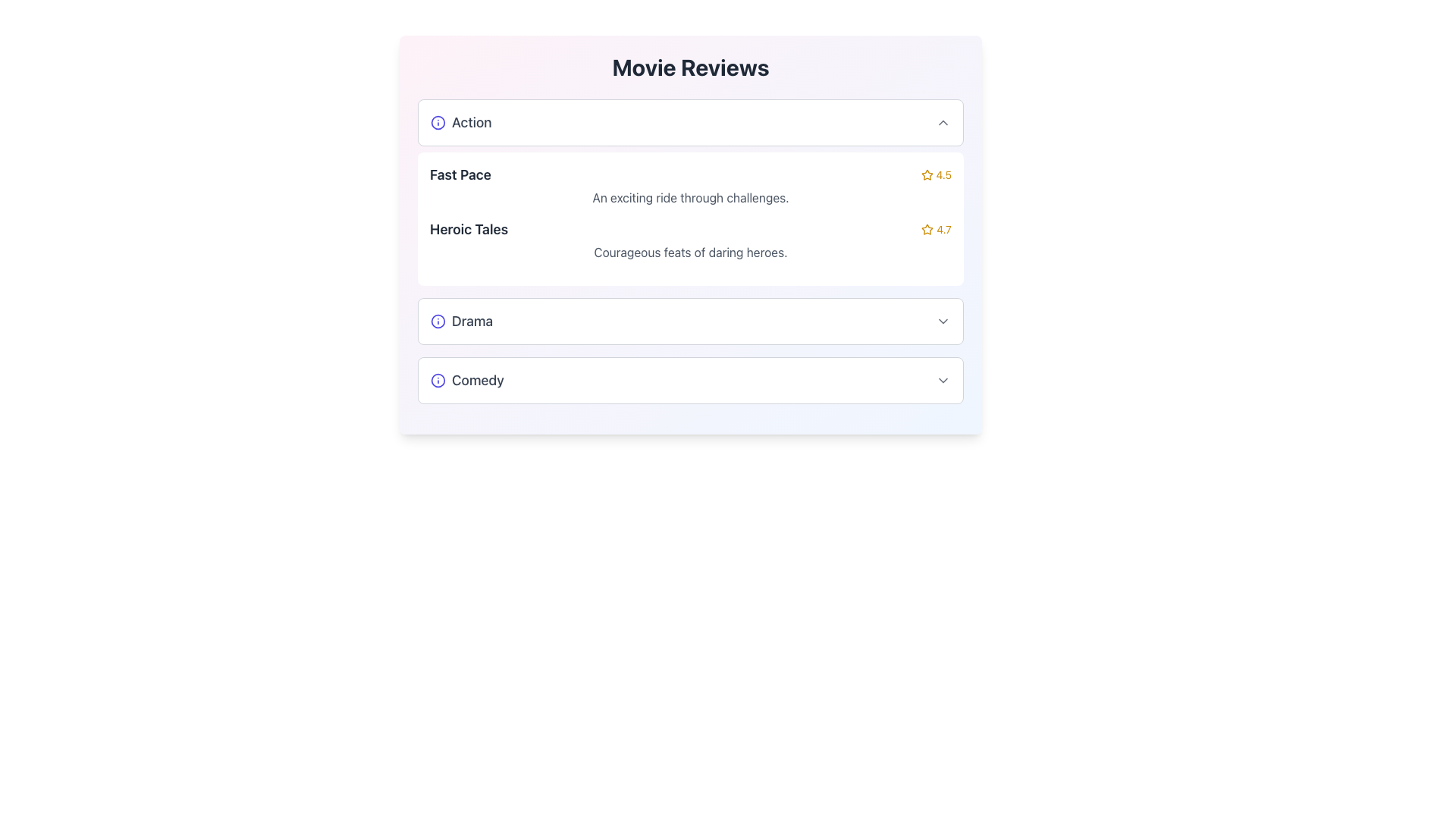  Describe the element at coordinates (690, 251) in the screenshot. I see `text 'Courageous feats of daring heroes.' located in the 'Heroic Tales' section of the 'Movie Reviews' interface, positioned below the title 'Heroic Tales.'` at that location.